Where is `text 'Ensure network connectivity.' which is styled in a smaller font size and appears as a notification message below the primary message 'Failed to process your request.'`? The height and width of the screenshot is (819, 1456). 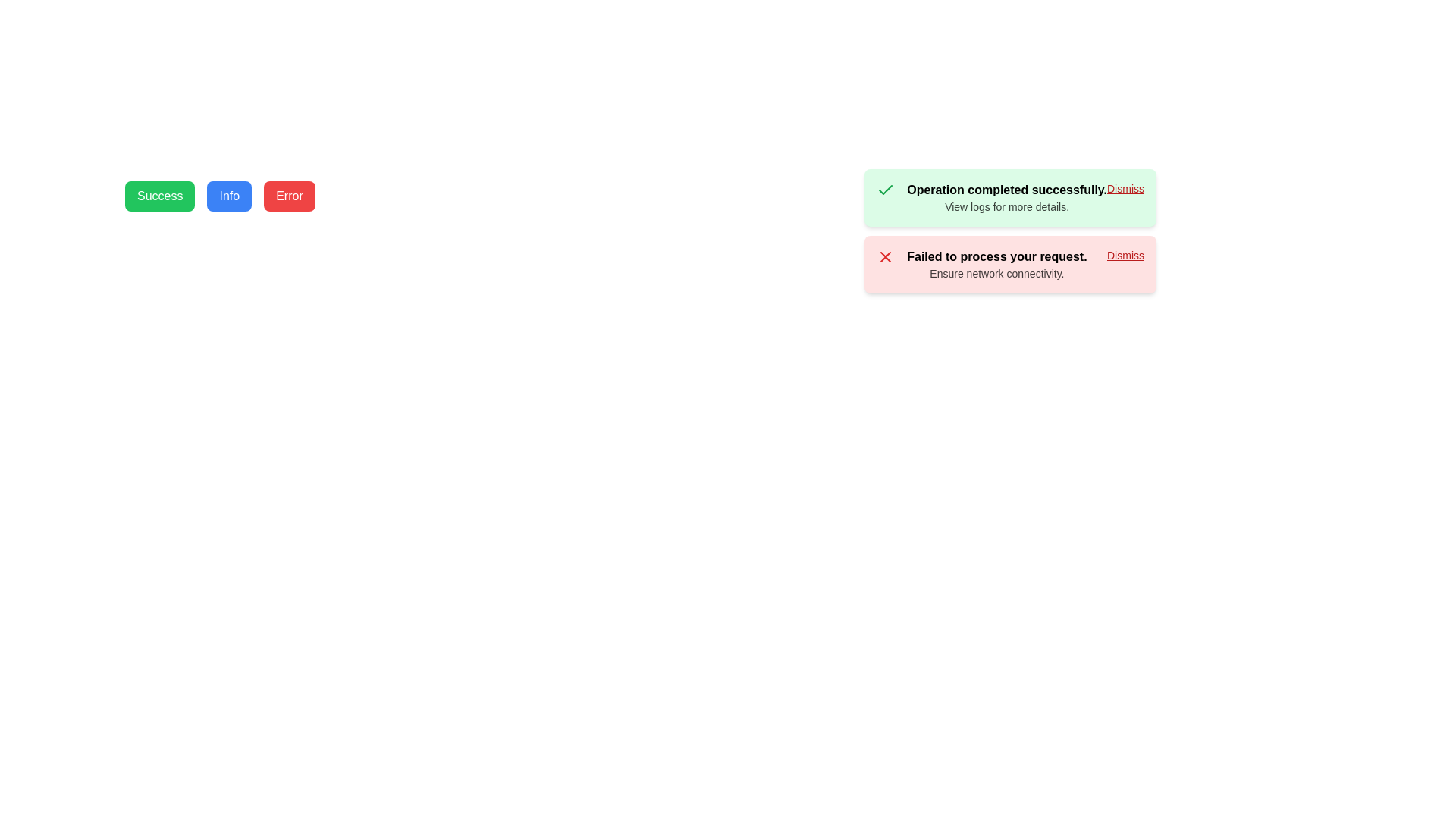 text 'Ensure network connectivity.' which is styled in a smaller font size and appears as a notification message below the primary message 'Failed to process your request.' is located at coordinates (997, 274).